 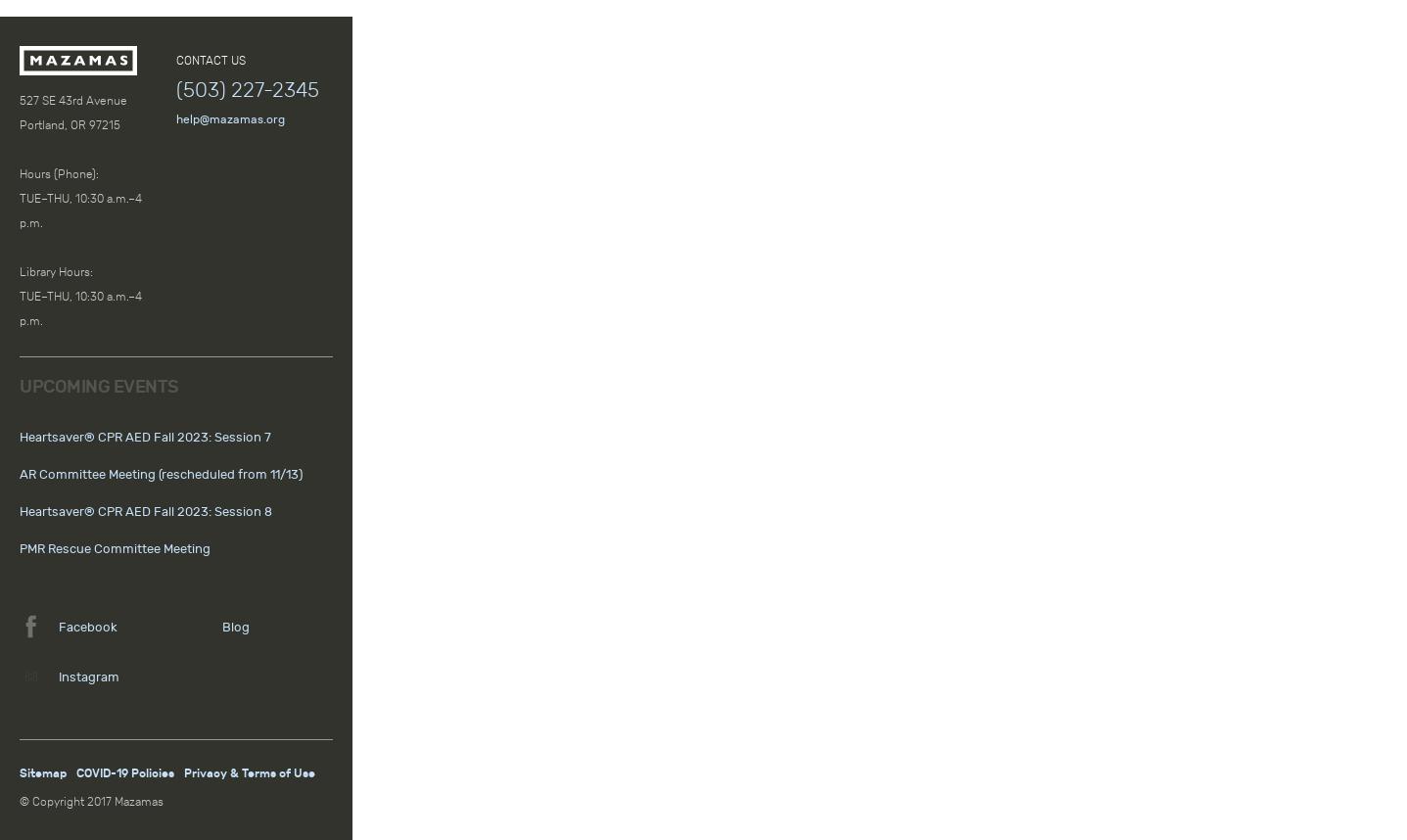 What do you see at coordinates (41, 772) in the screenshot?
I see `'Sitemap'` at bounding box center [41, 772].